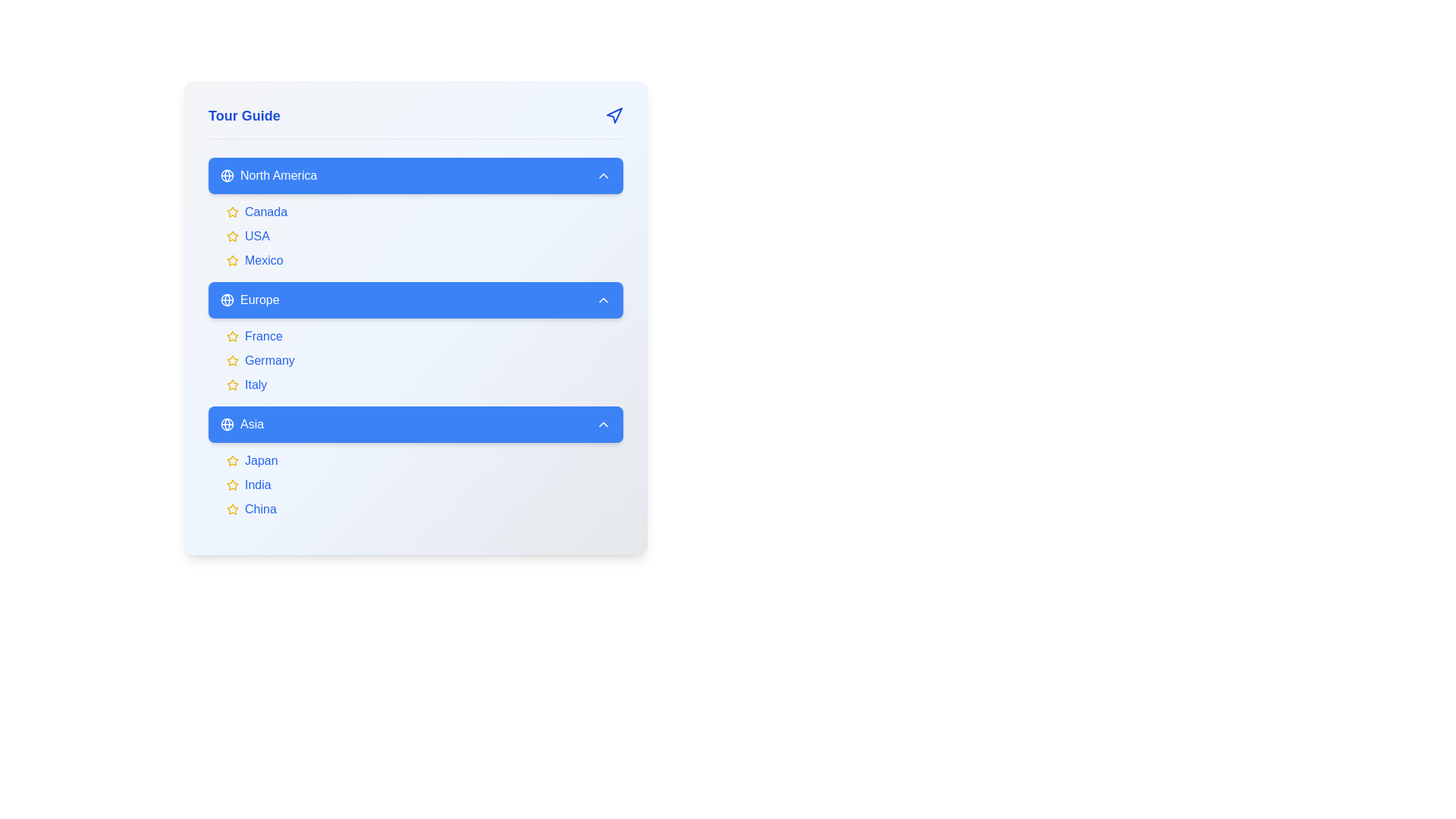 This screenshot has height=819, width=1456. What do you see at coordinates (232, 485) in the screenshot?
I see `the golden-yellow star icon located next to the 'India' label in the Asia section of the guide` at bounding box center [232, 485].